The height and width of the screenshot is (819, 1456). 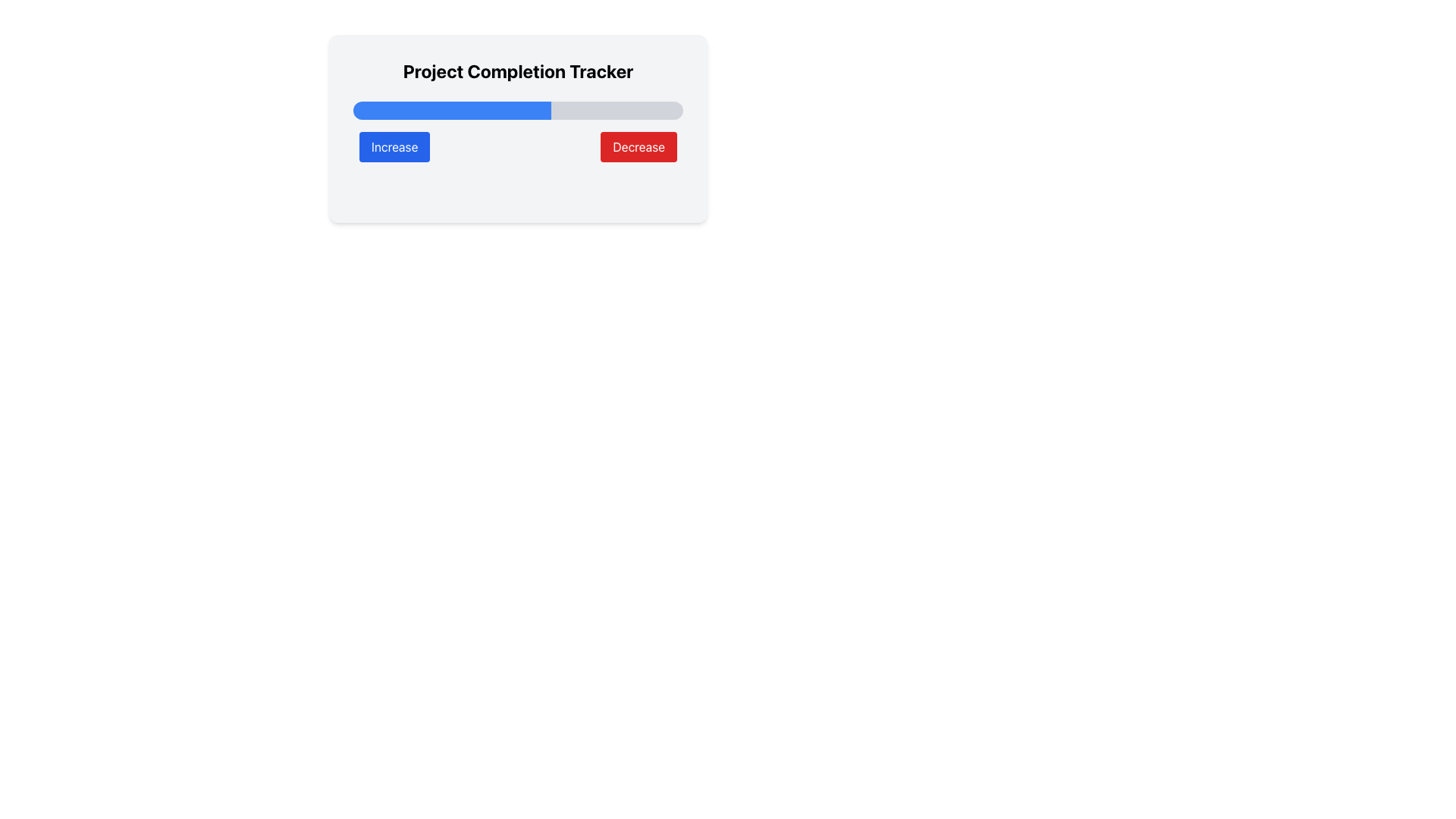 What do you see at coordinates (518, 146) in the screenshot?
I see `the 'Decrease' button within the Button Group, which is a red button that decrements the value` at bounding box center [518, 146].